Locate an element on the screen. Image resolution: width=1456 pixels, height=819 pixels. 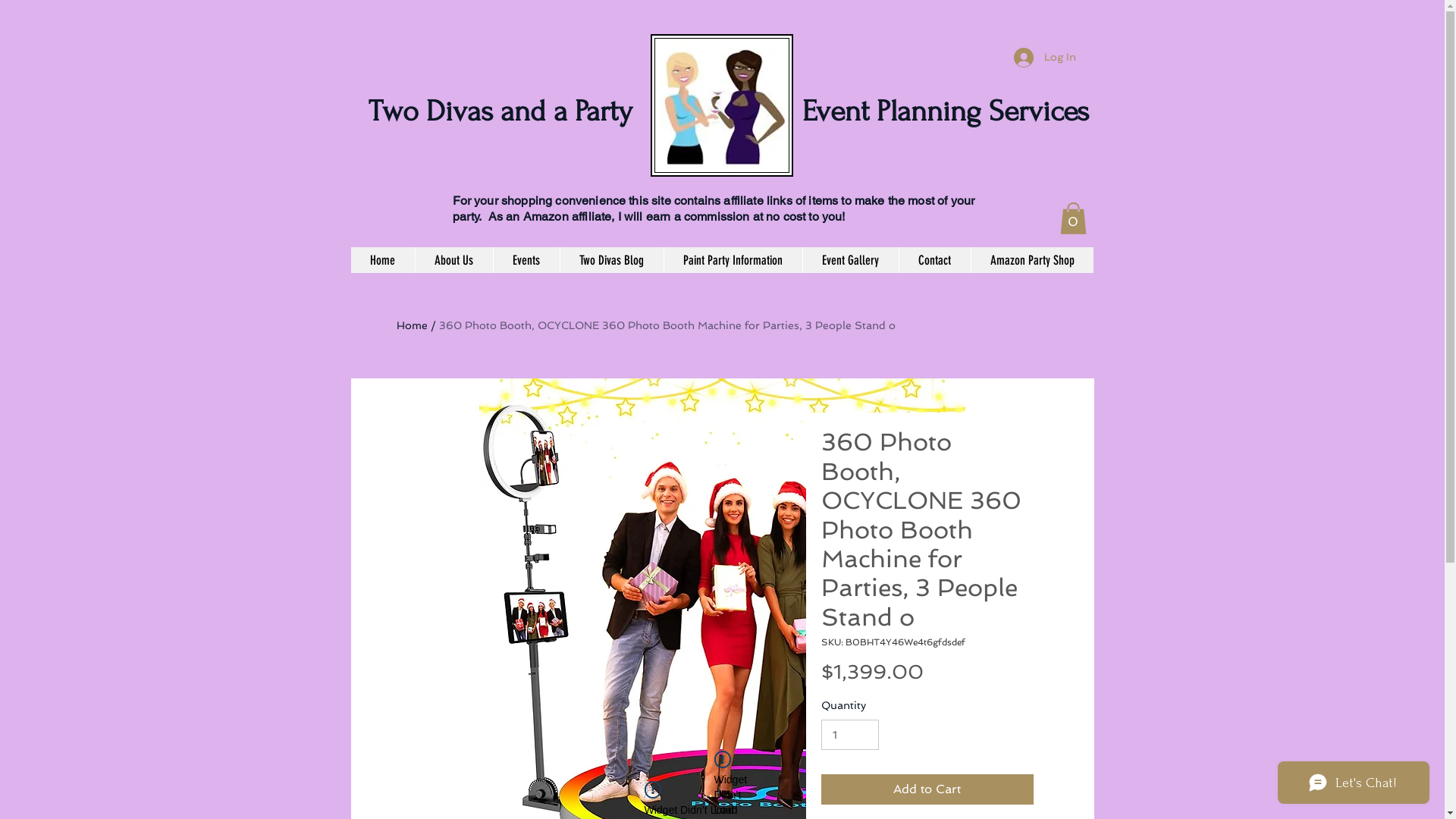
'0' is located at coordinates (1072, 218).